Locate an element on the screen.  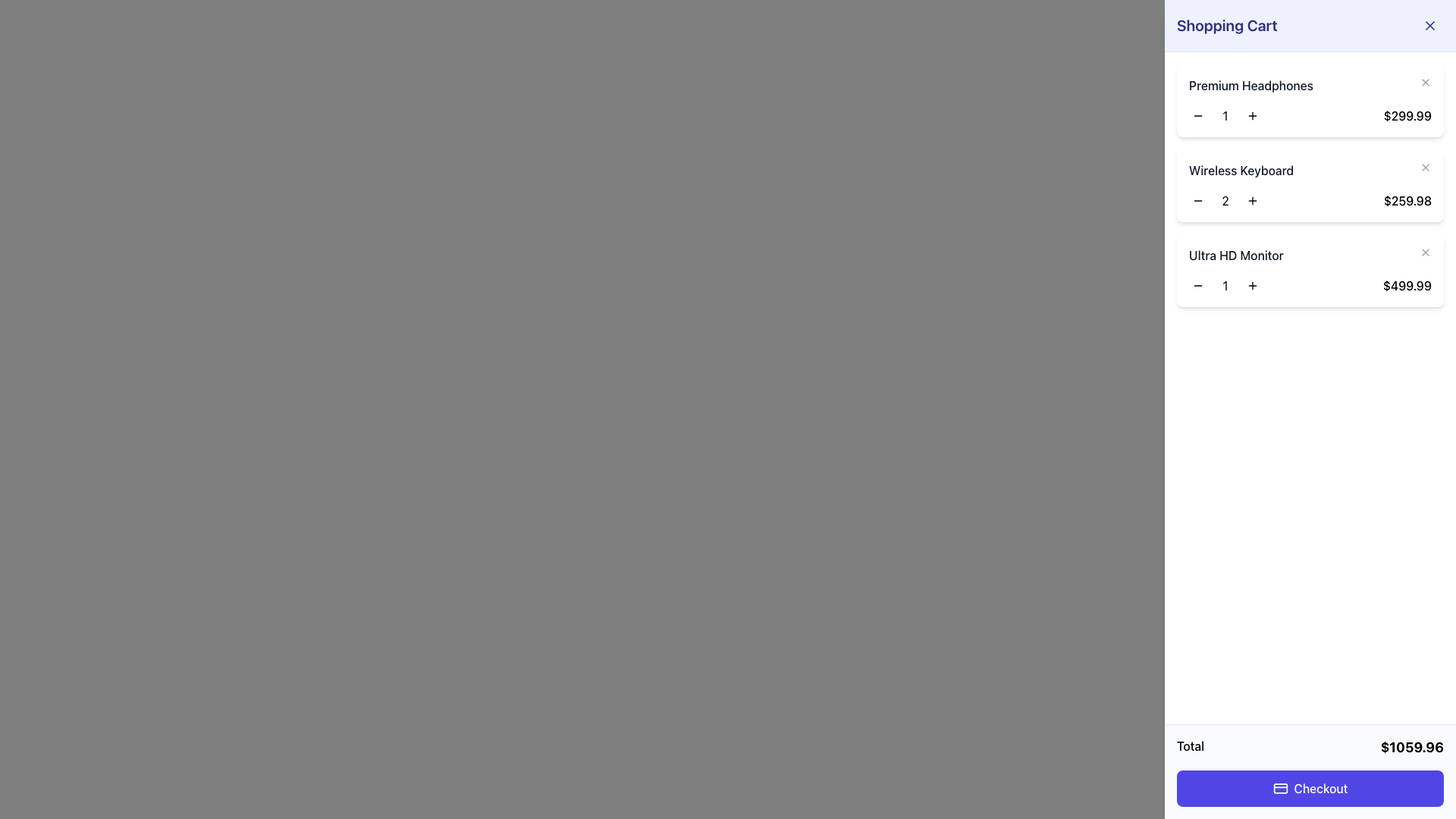
the circular button with a light background and a plus icon to increase the quantity of the 'Wireless Keyboard' in the shopping cart is located at coordinates (1252, 200).